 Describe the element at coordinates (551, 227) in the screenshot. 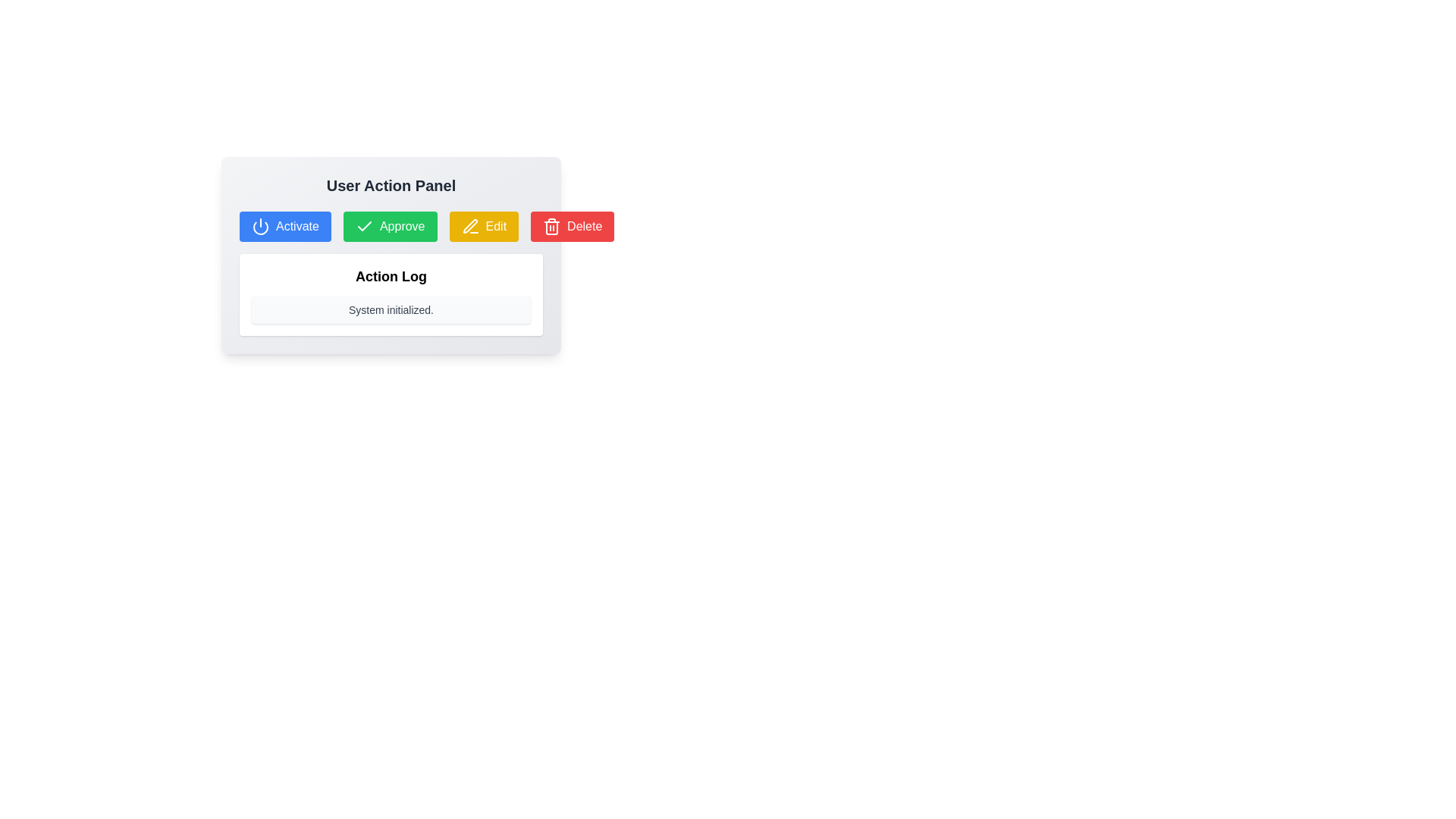

I see `the small trash bin icon located within the red 'Delete' button at the top of the interface` at that location.